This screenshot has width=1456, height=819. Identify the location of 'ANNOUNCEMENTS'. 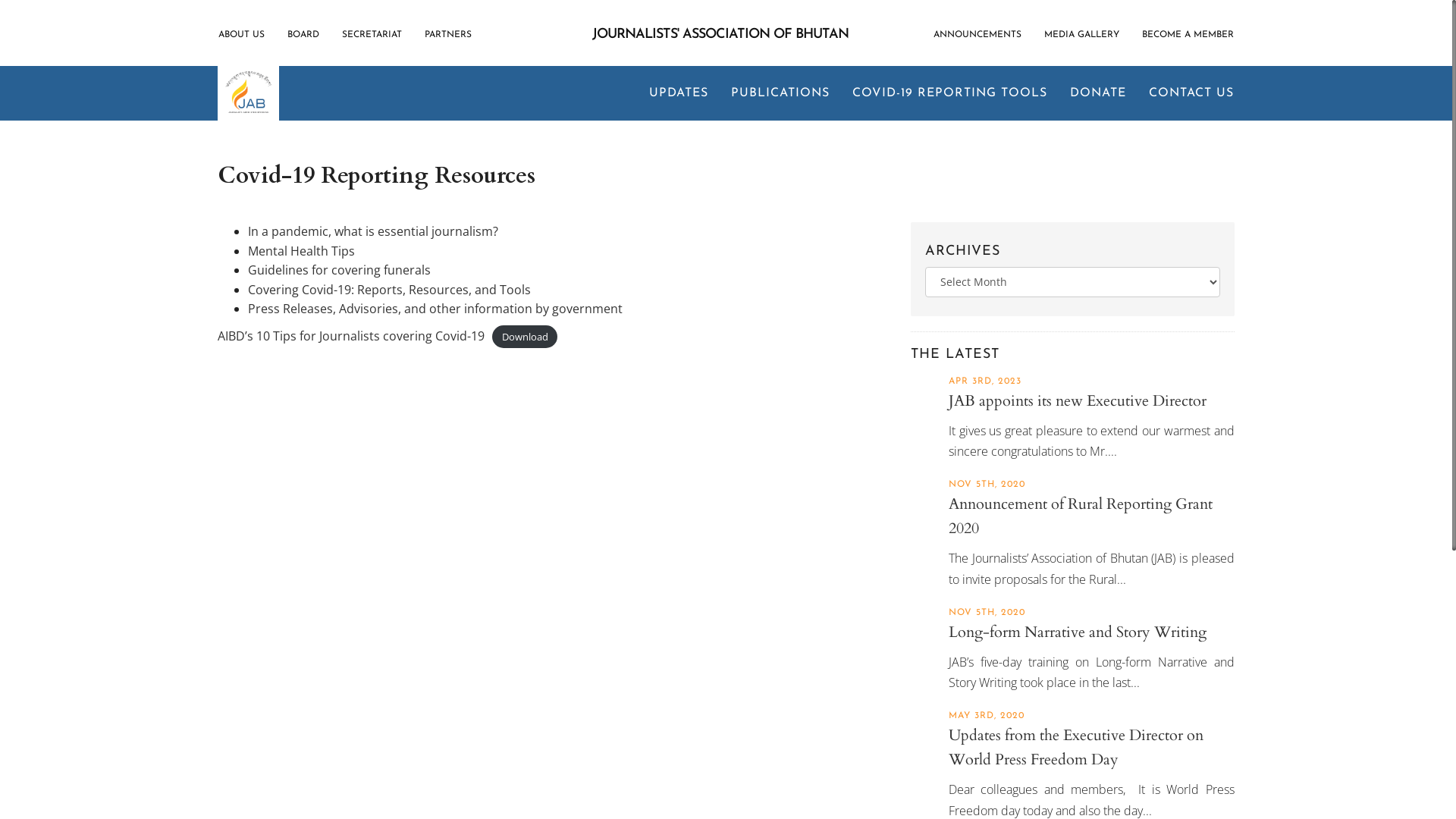
(983, 34).